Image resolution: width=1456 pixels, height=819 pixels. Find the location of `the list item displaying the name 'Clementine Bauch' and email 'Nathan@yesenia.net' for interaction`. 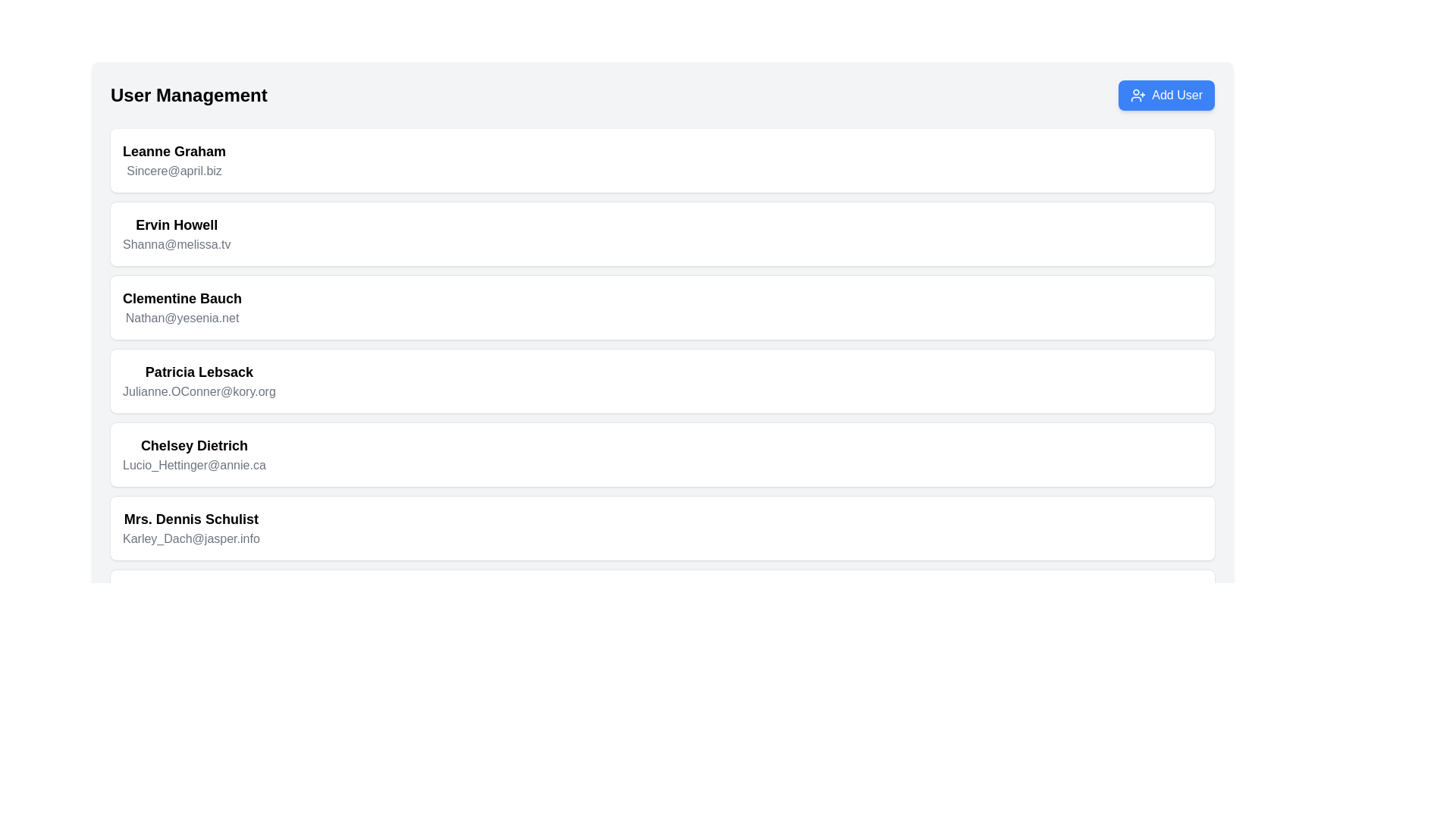

the list item displaying the name 'Clementine Bauch' and email 'Nathan@yesenia.net' for interaction is located at coordinates (182, 307).